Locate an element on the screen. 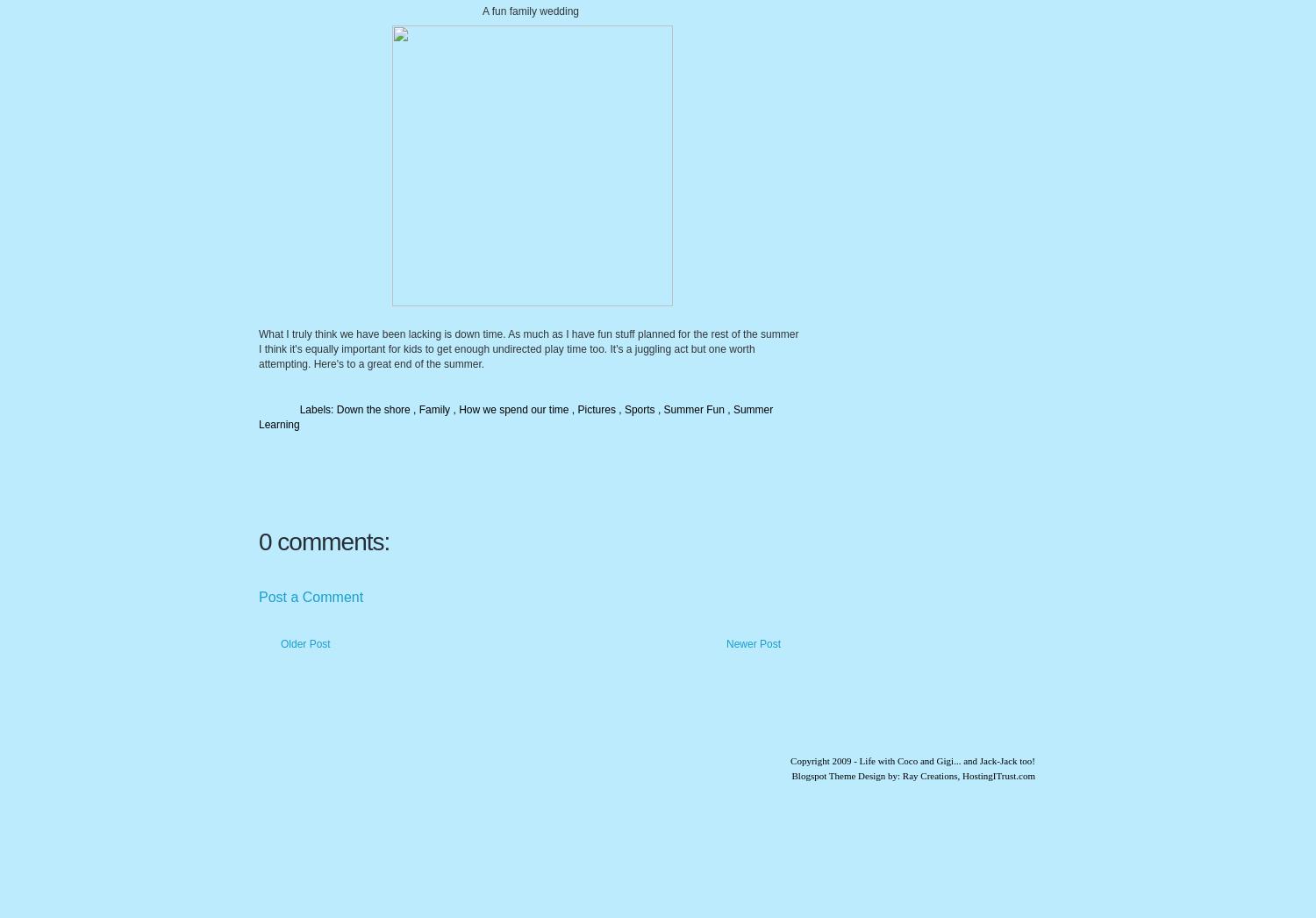 This screenshot has width=1316, height=918. 'Blogspot Theme' is located at coordinates (823, 774).